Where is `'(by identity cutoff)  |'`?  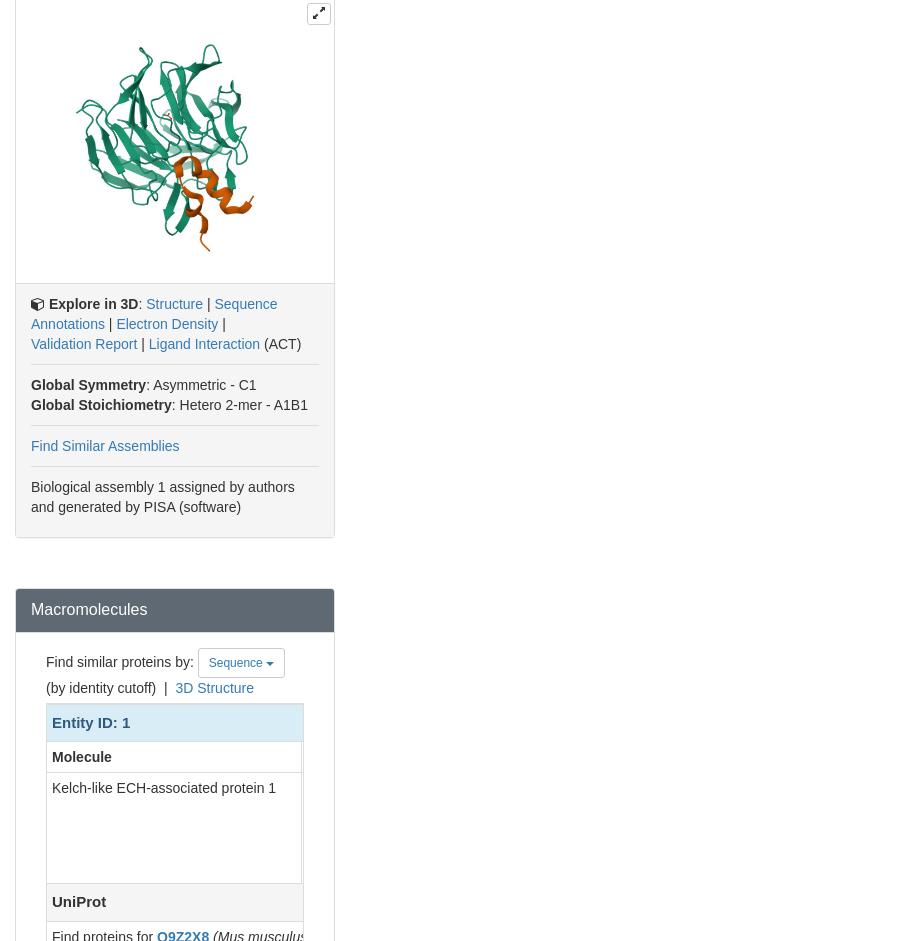
'(by identity cutoff)  |' is located at coordinates (109, 687).